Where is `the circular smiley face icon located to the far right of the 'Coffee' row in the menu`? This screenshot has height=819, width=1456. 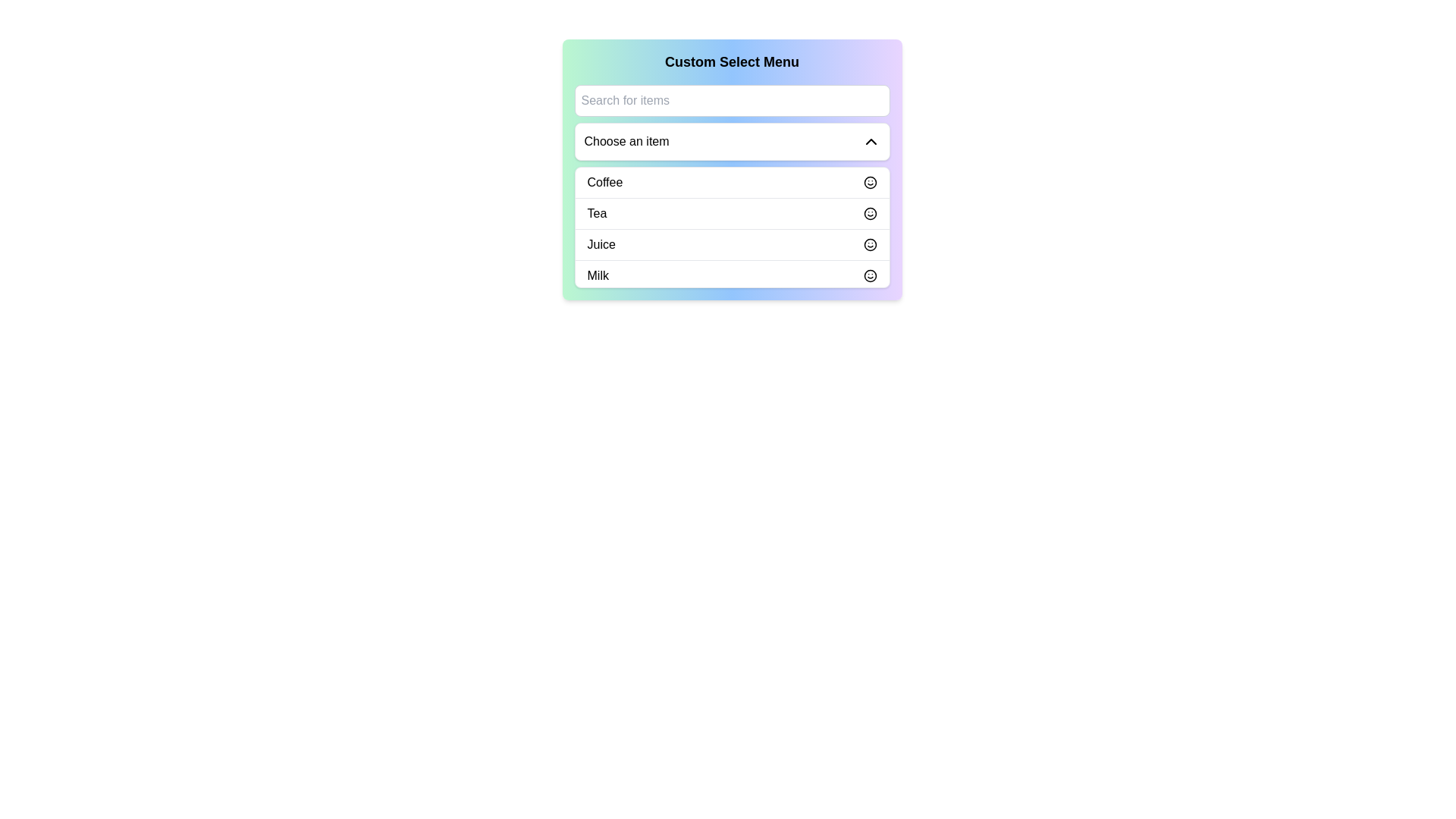 the circular smiley face icon located to the far right of the 'Coffee' row in the menu is located at coordinates (870, 181).